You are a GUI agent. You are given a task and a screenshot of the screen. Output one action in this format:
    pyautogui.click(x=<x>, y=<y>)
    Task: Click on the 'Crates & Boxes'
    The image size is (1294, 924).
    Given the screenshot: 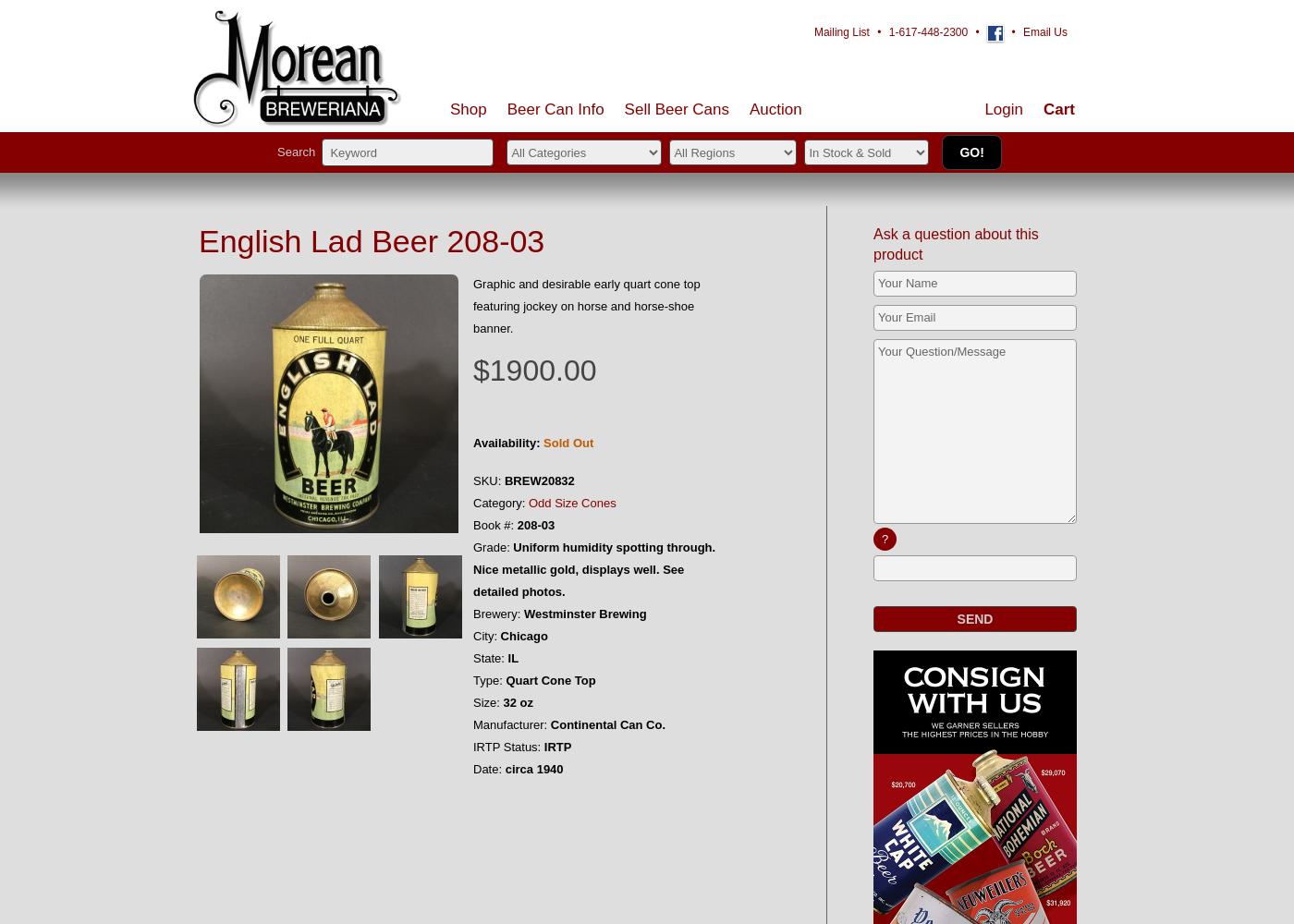 What is the action you would take?
    pyautogui.click(x=662, y=276)
    